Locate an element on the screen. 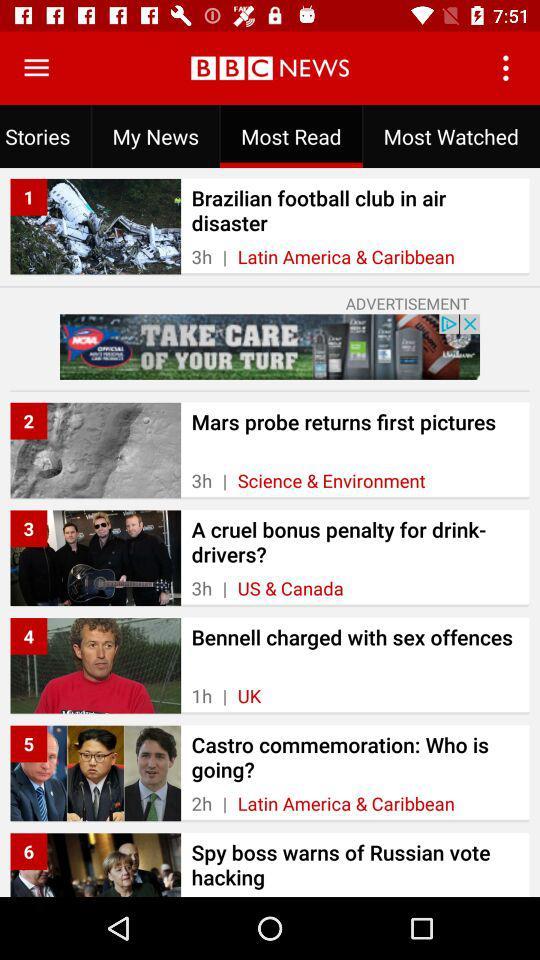 Image resolution: width=540 pixels, height=960 pixels. to advertisement box is located at coordinates (270, 347).